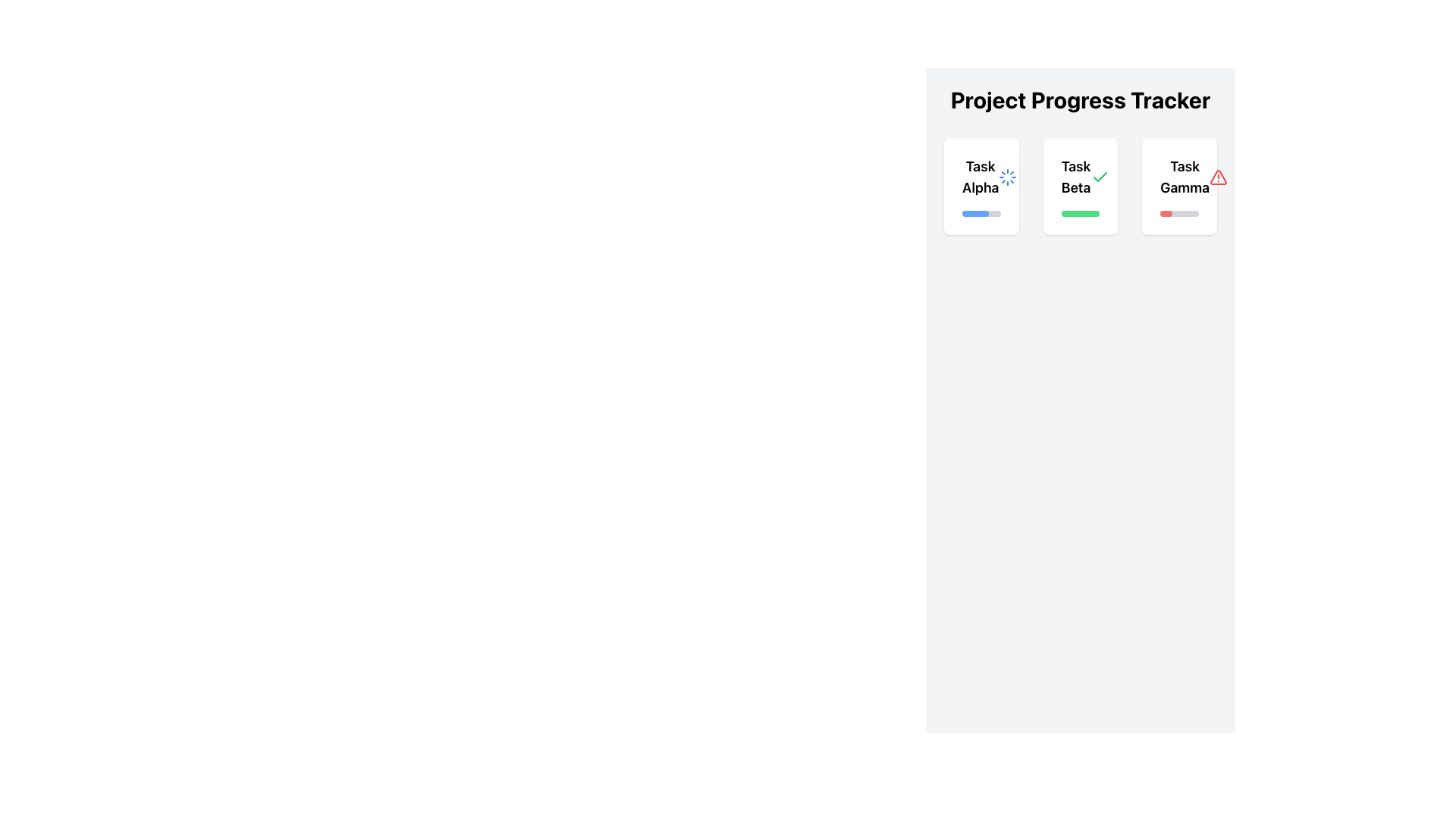  What do you see at coordinates (1008, 177) in the screenshot?
I see `the Loader or spinner icon located in the upper-right area of the 'Task Alpha' card in the 'Project Progress Tracker' interface` at bounding box center [1008, 177].